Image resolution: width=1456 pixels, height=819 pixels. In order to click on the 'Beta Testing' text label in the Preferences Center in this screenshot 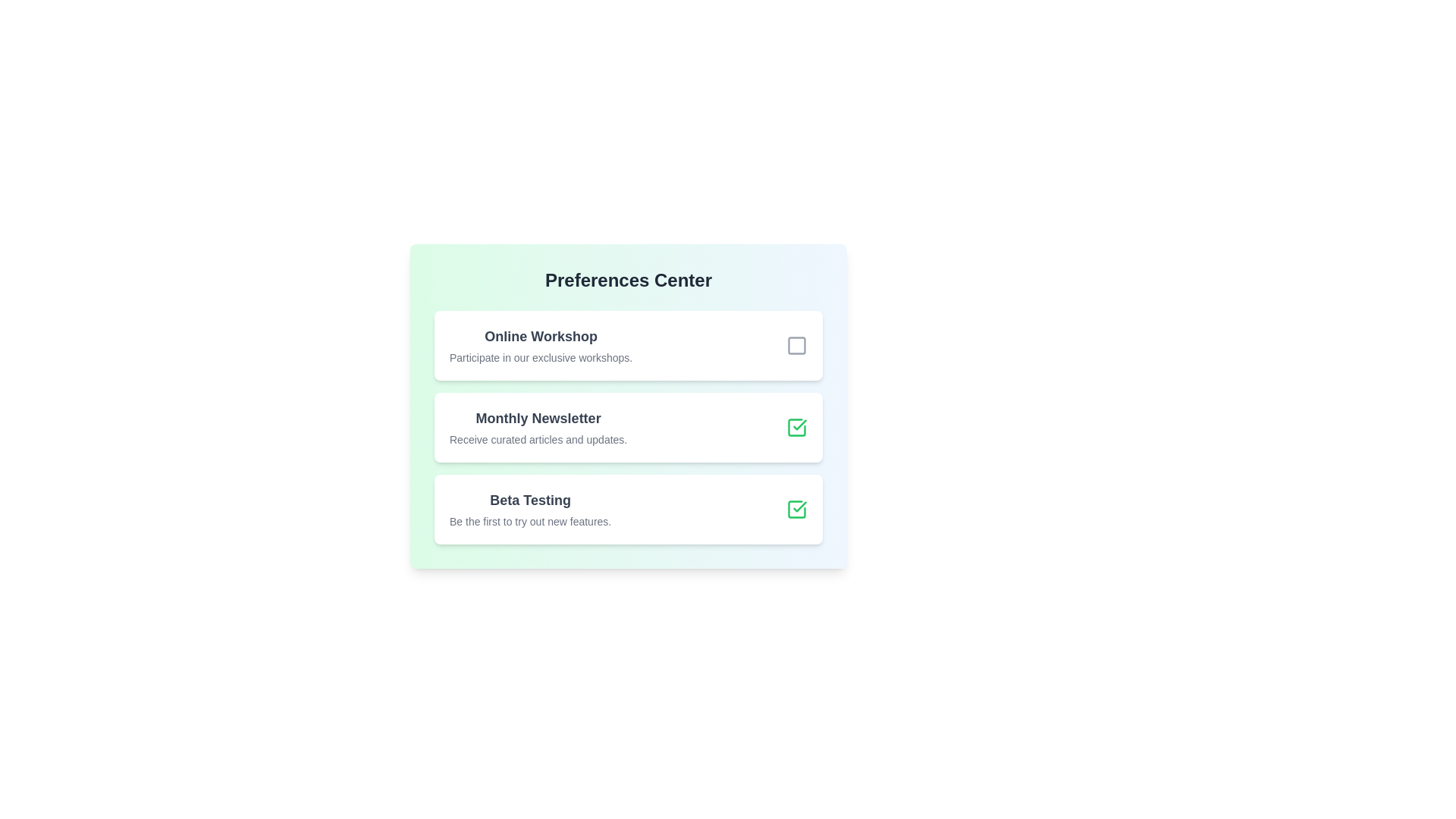, I will do `click(530, 500)`.